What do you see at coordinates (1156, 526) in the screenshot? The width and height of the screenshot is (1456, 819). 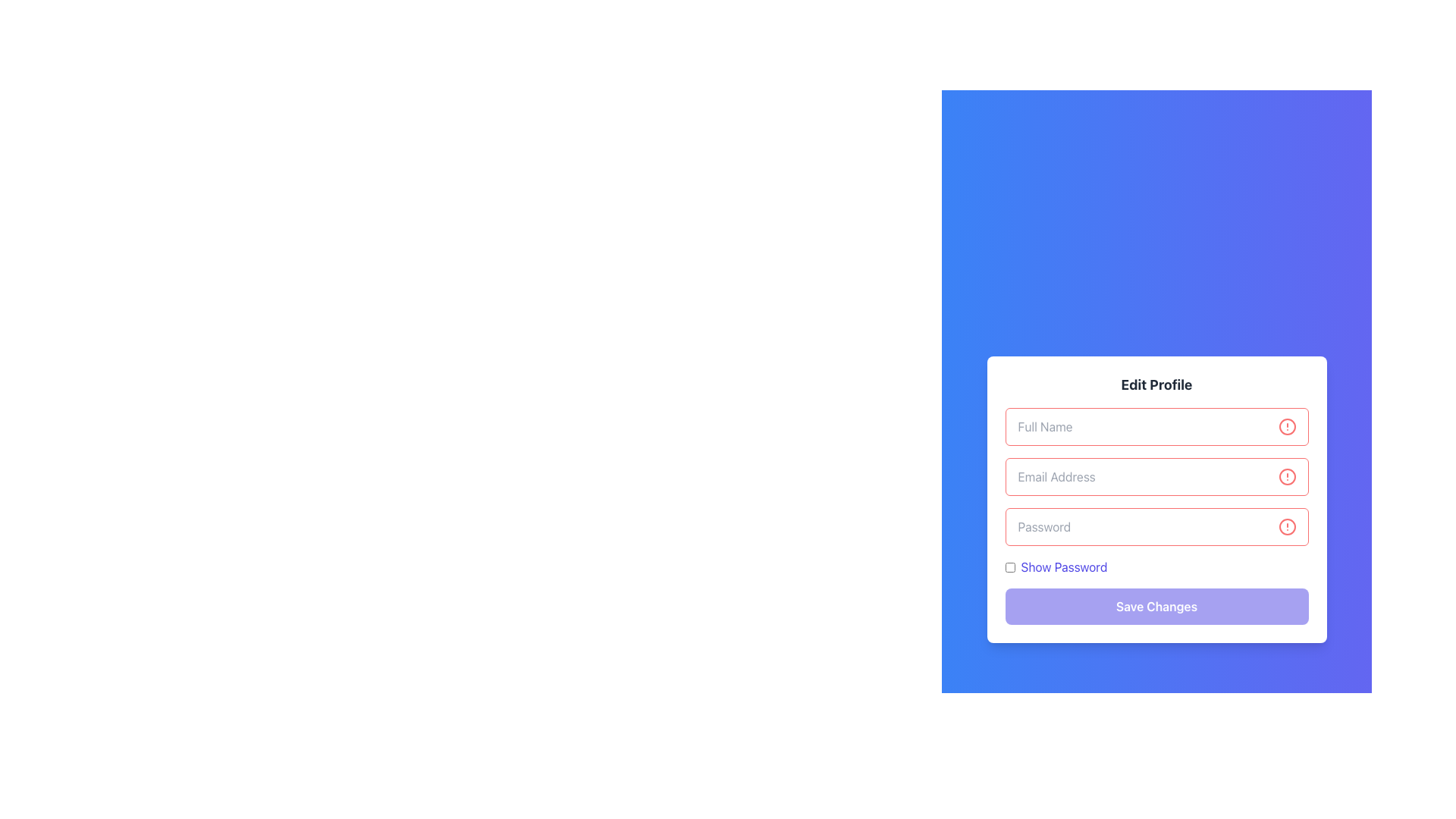 I see `the password input field located below the 'Email Address' field and above the 'Show Password' checkbox to potentially display a tooltip` at bounding box center [1156, 526].